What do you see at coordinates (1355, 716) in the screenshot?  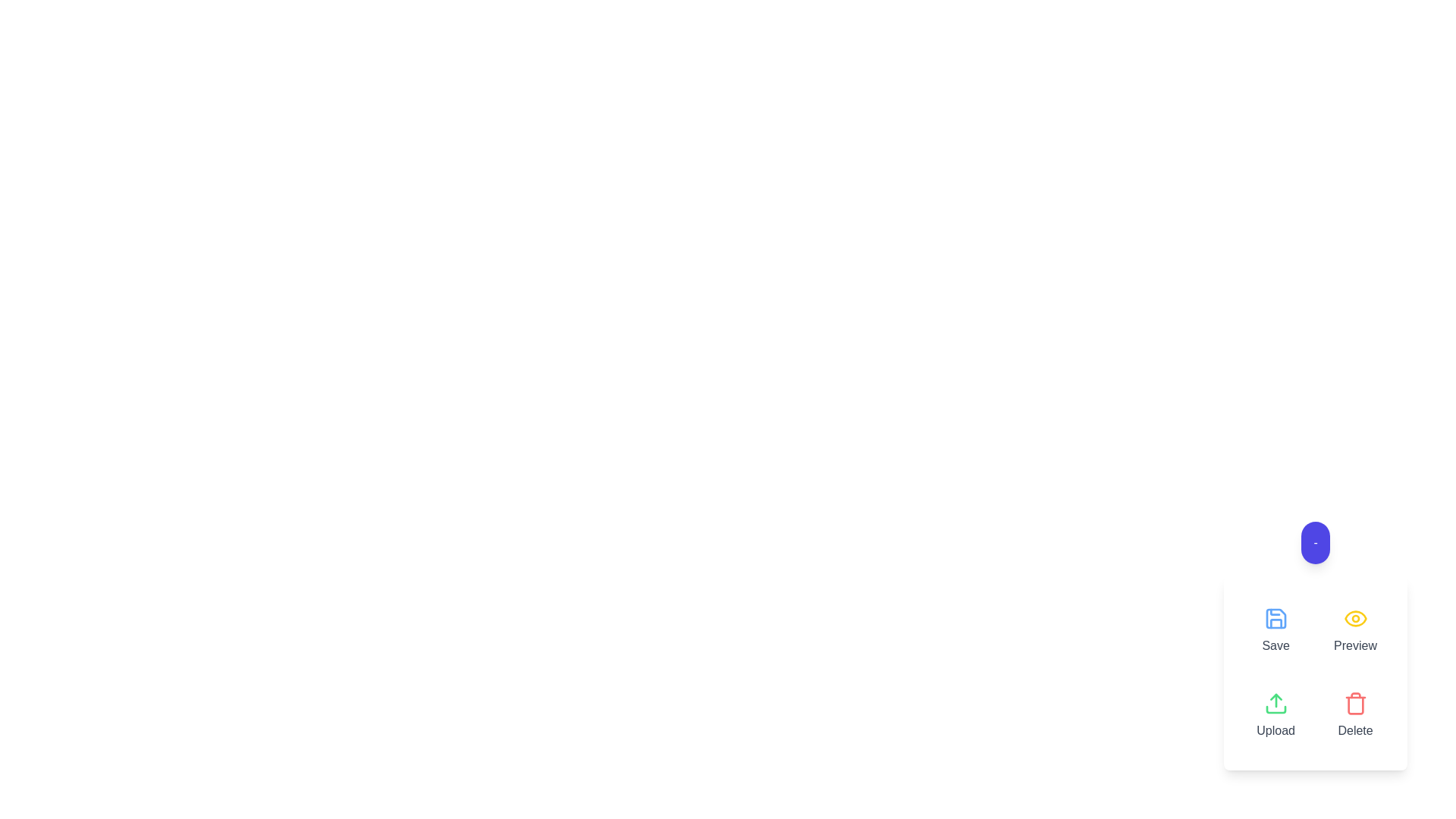 I see `the Delete button to delete an item` at bounding box center [1355, 716].